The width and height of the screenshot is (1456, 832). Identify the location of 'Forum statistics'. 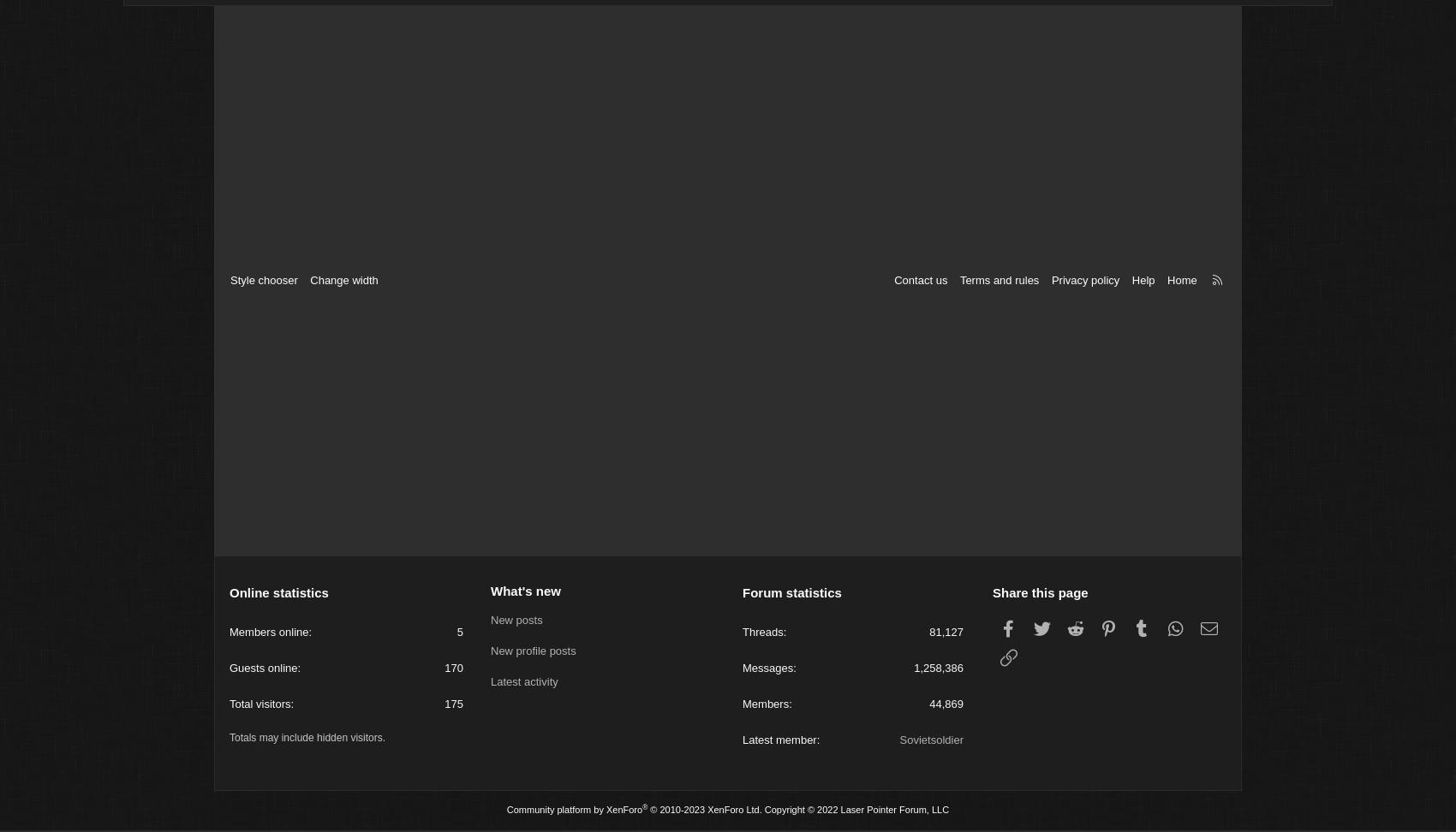
(791, 594).